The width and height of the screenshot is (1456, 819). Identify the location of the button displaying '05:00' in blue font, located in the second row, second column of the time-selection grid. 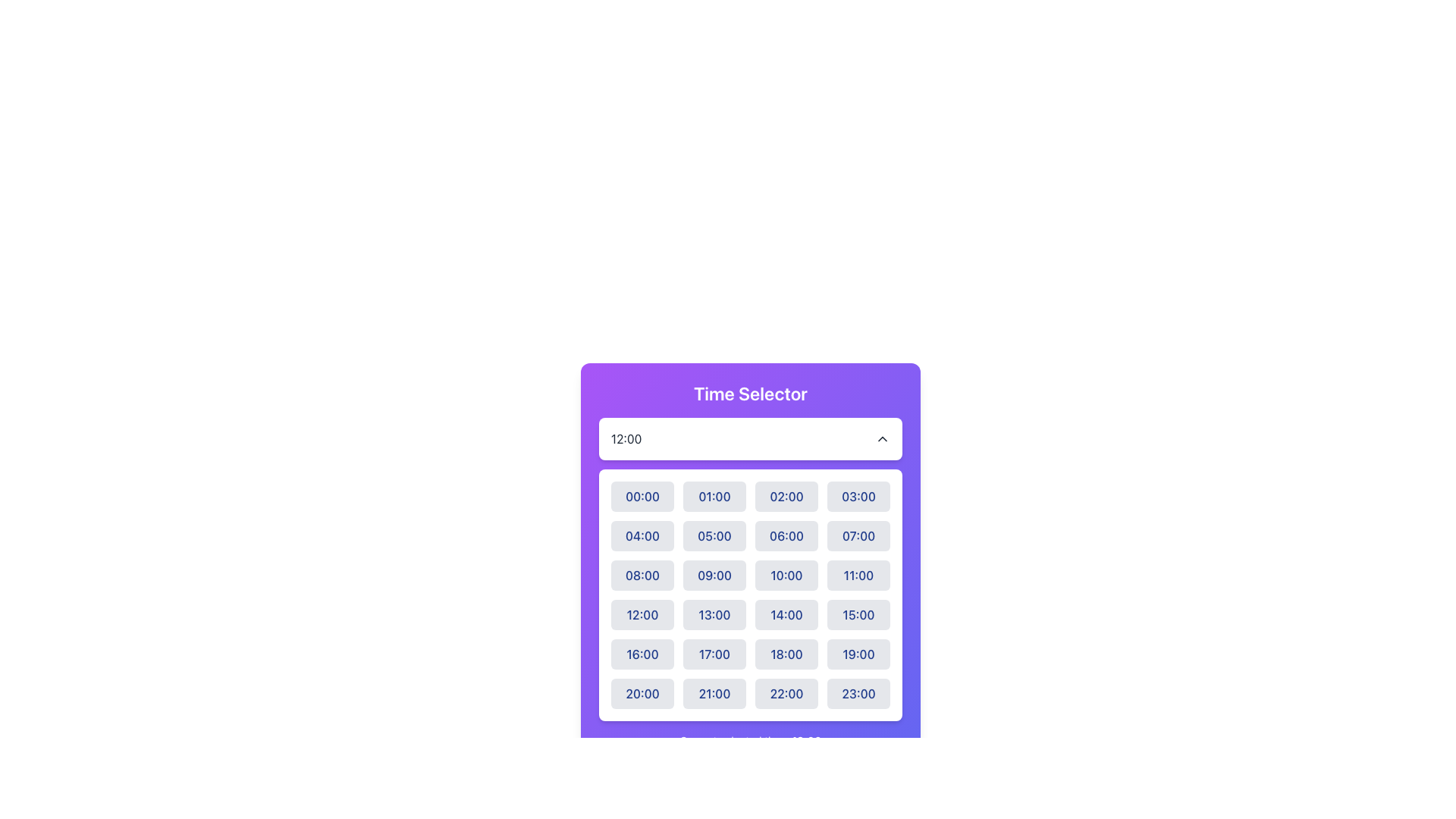
(714, 535).